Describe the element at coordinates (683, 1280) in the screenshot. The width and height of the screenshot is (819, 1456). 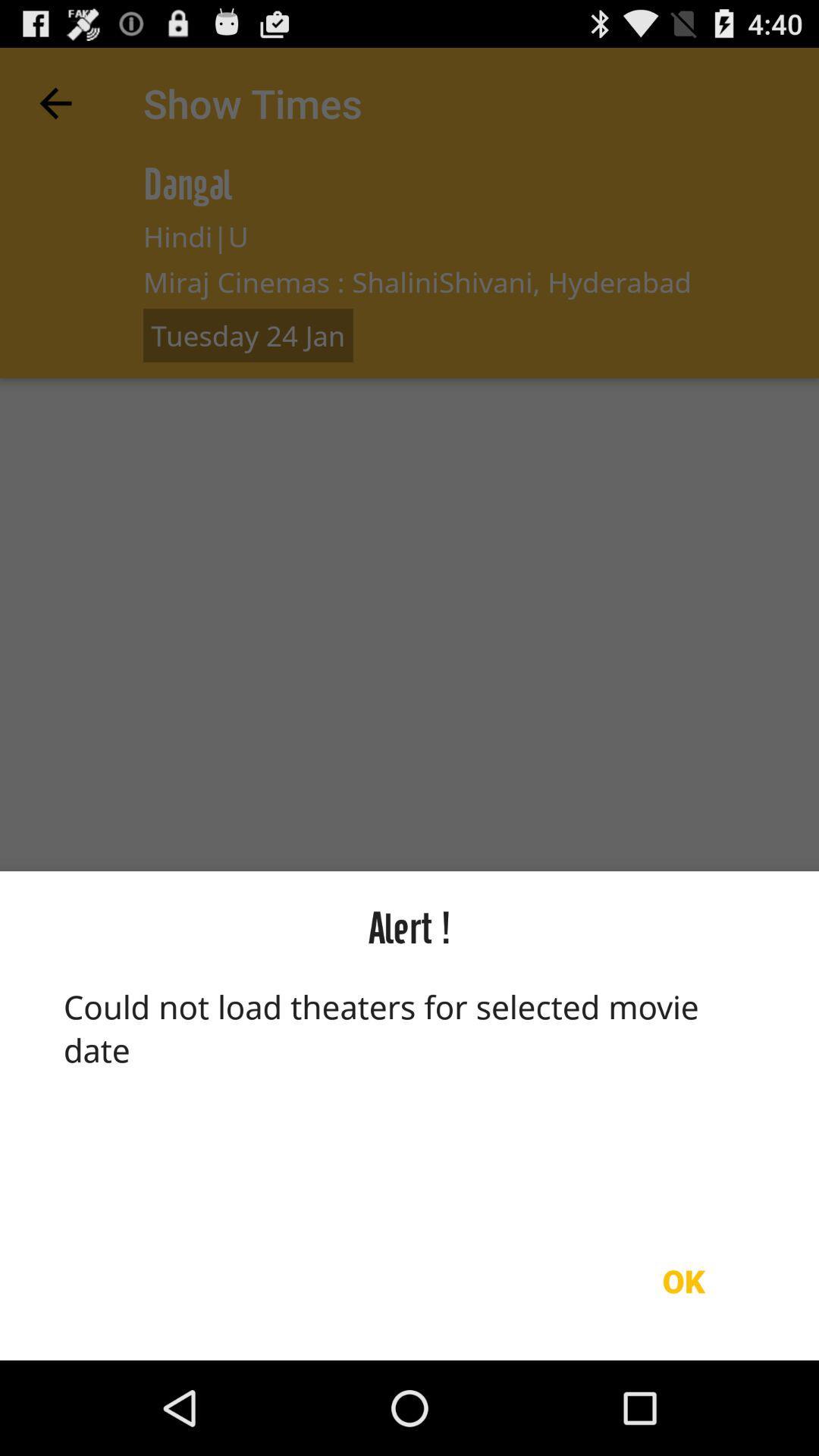
I see `the ok item` at that location.